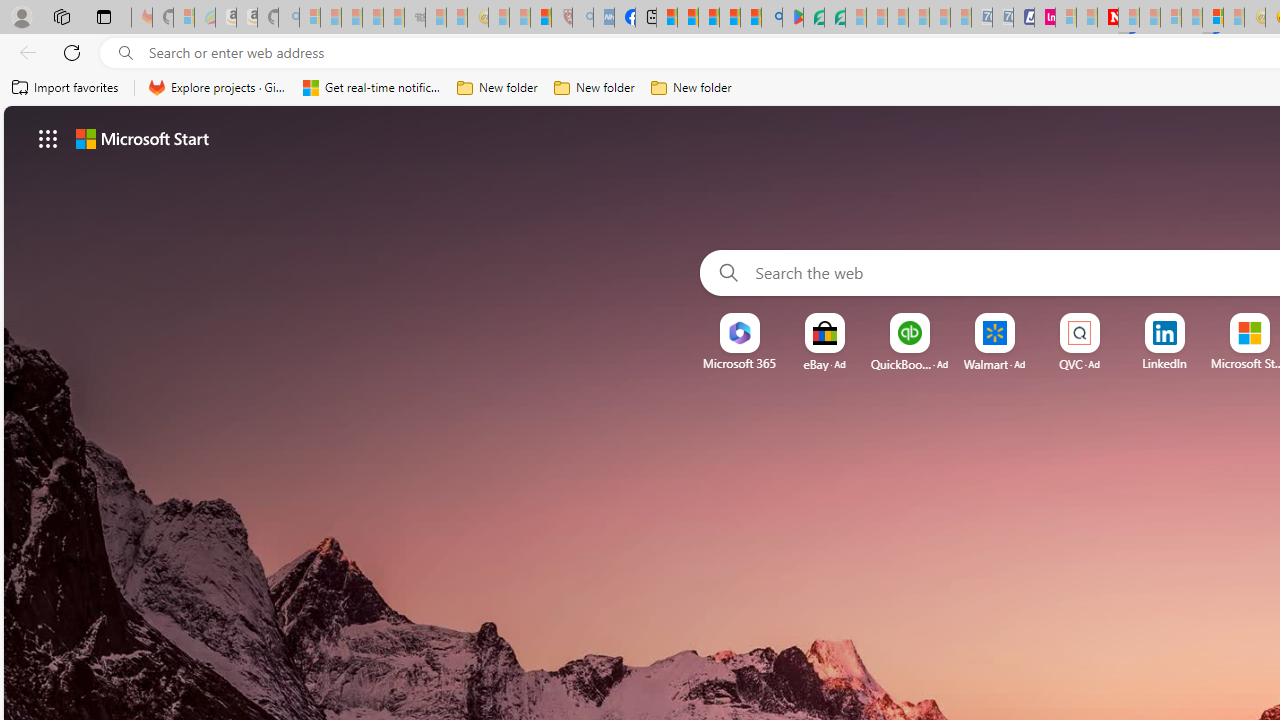  I want to click on '14 Common Myths Debunked By Scientific Facts - Sleeping', so click(1150, 17).